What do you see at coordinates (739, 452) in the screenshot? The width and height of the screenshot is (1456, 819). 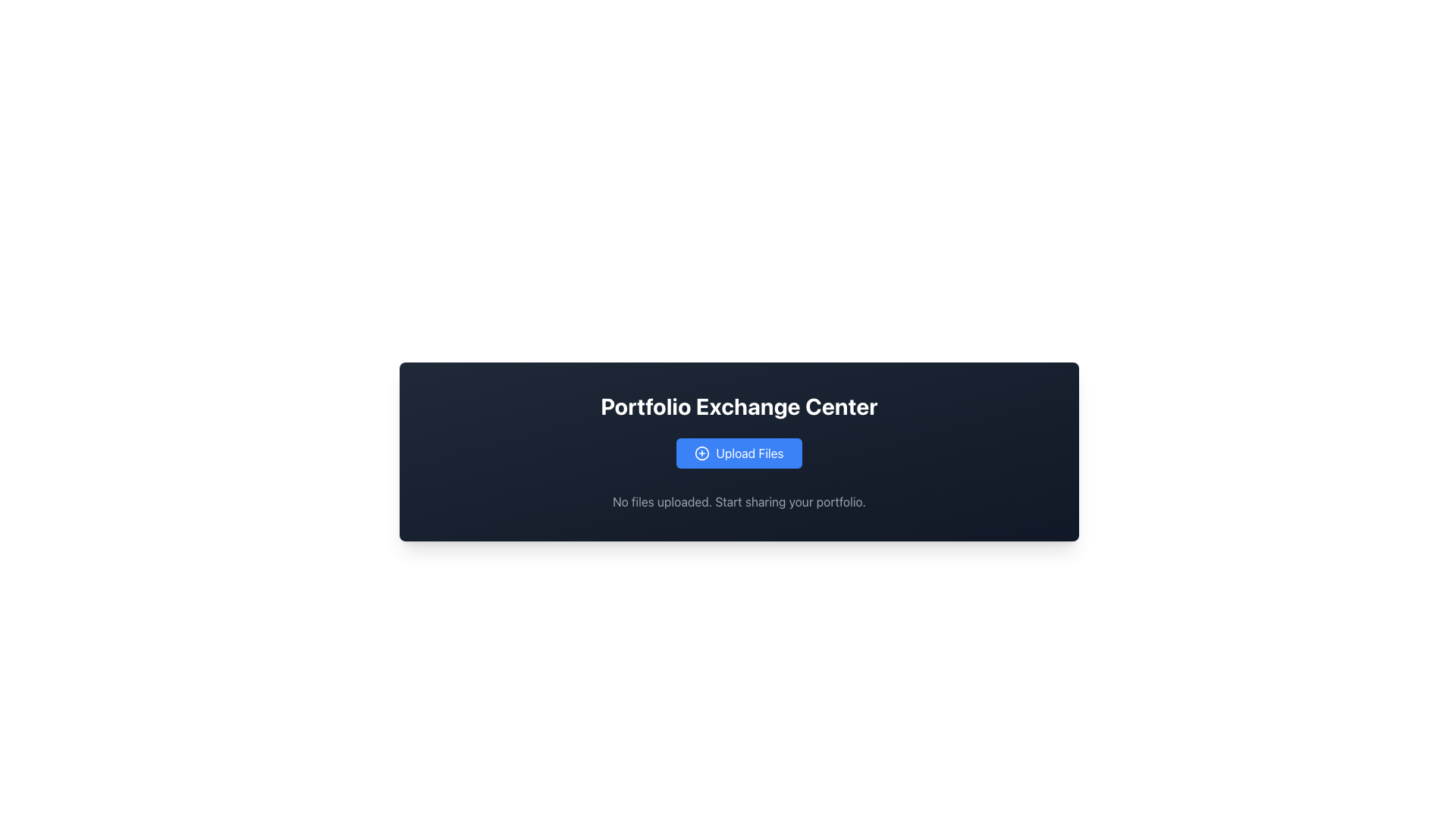 I see `the file upload button located below the heading 'Portfolio Exchange Center'` at bounding box center [739, 452].